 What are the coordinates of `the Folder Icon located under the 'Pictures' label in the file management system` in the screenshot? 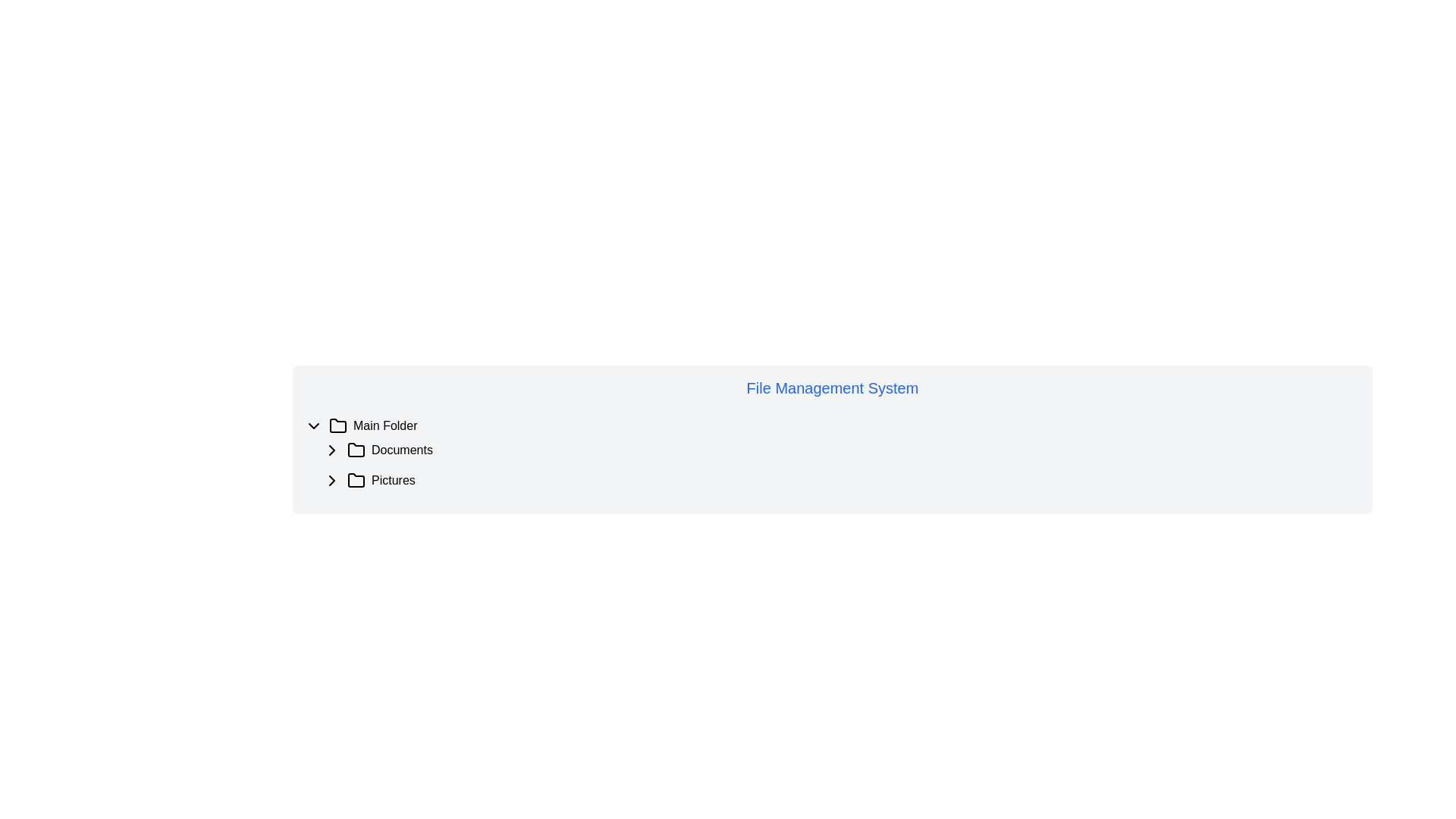 It's located at (356, 479).